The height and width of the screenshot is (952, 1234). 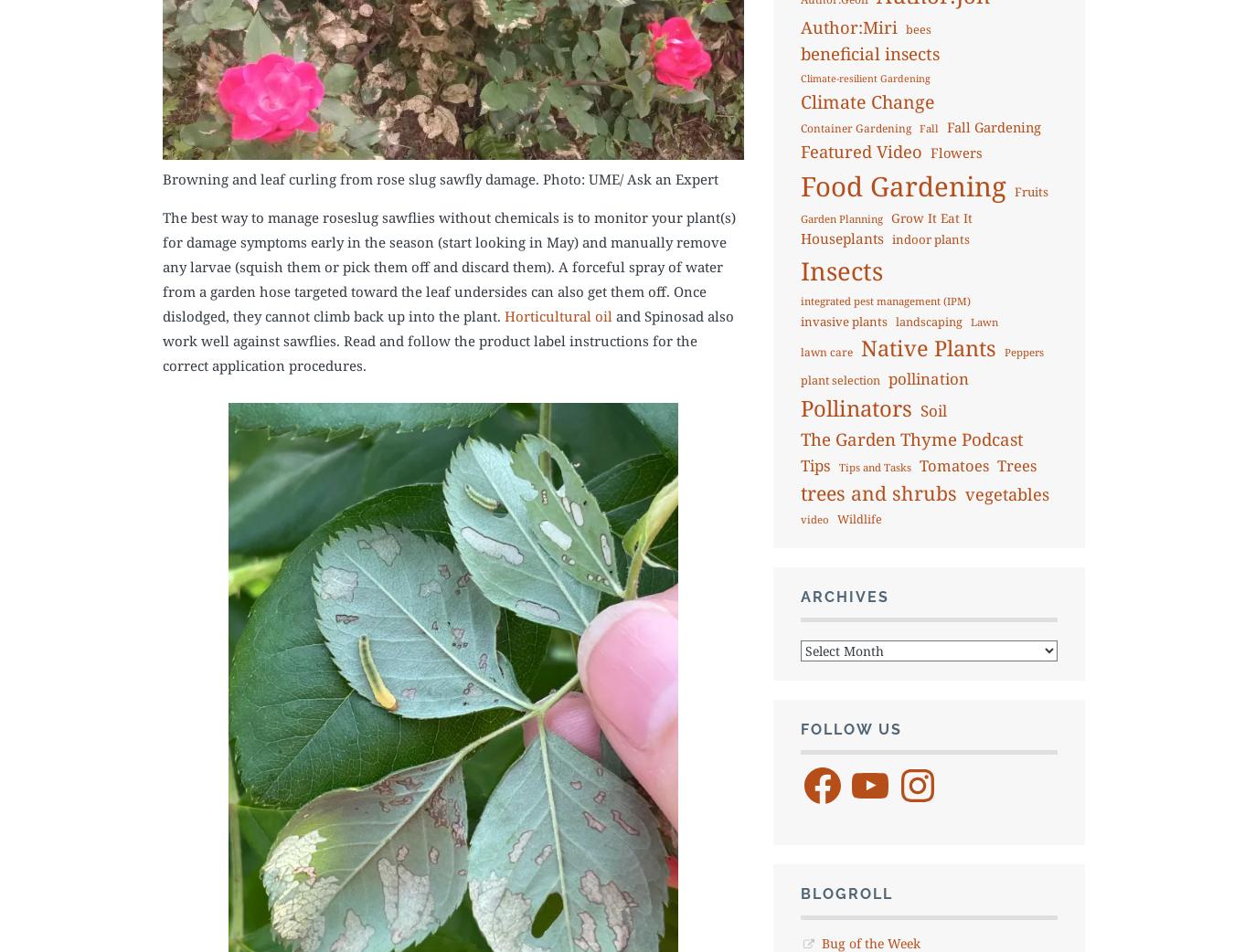 What do you see at coordinates (928, 127) in the screenshot?
I see `'Fall'` at bounding box center [928, 127].